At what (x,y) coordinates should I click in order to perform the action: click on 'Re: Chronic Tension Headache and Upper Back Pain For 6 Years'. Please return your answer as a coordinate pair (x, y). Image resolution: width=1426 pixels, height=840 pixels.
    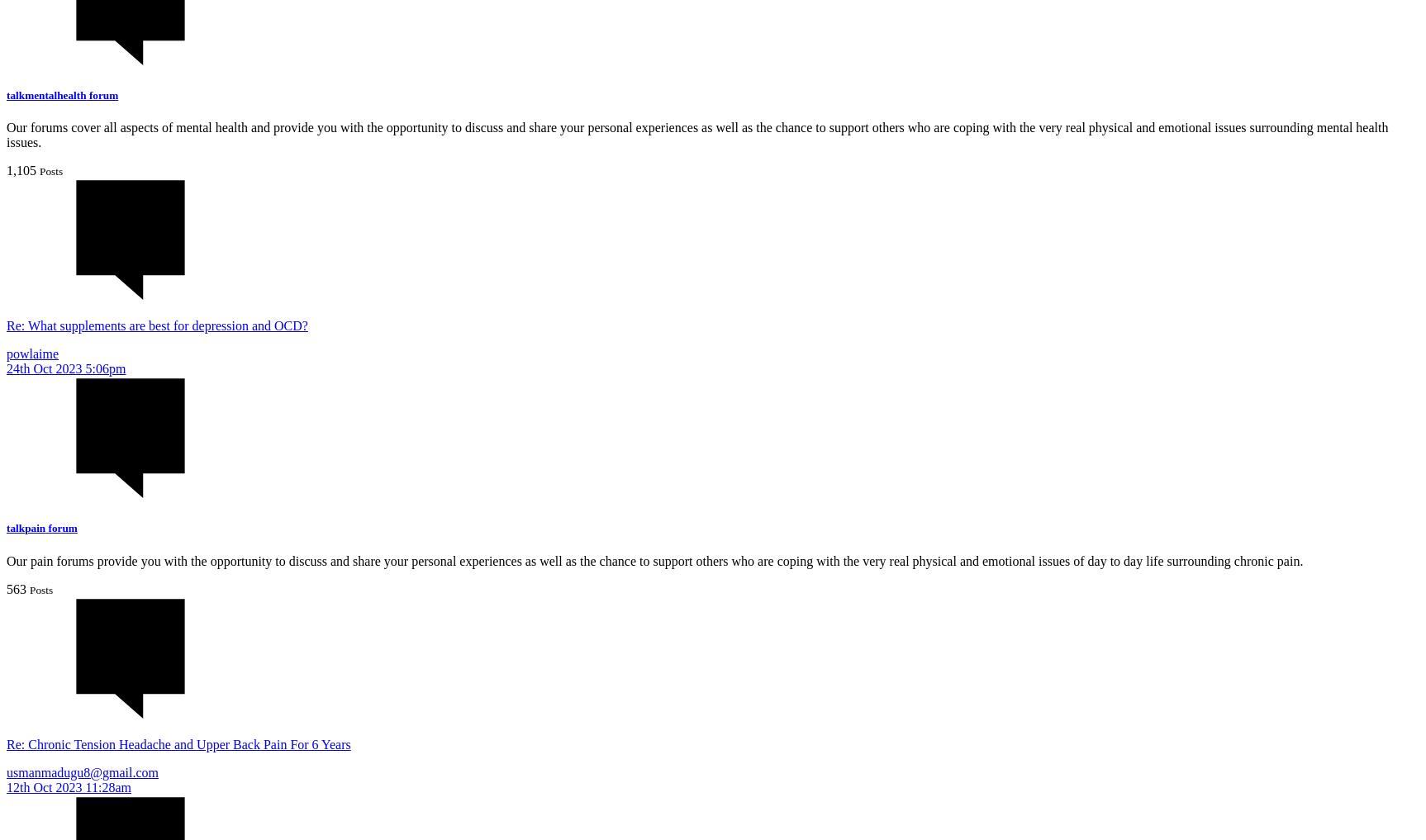
    Looking at the image, I should click on (6, 743).